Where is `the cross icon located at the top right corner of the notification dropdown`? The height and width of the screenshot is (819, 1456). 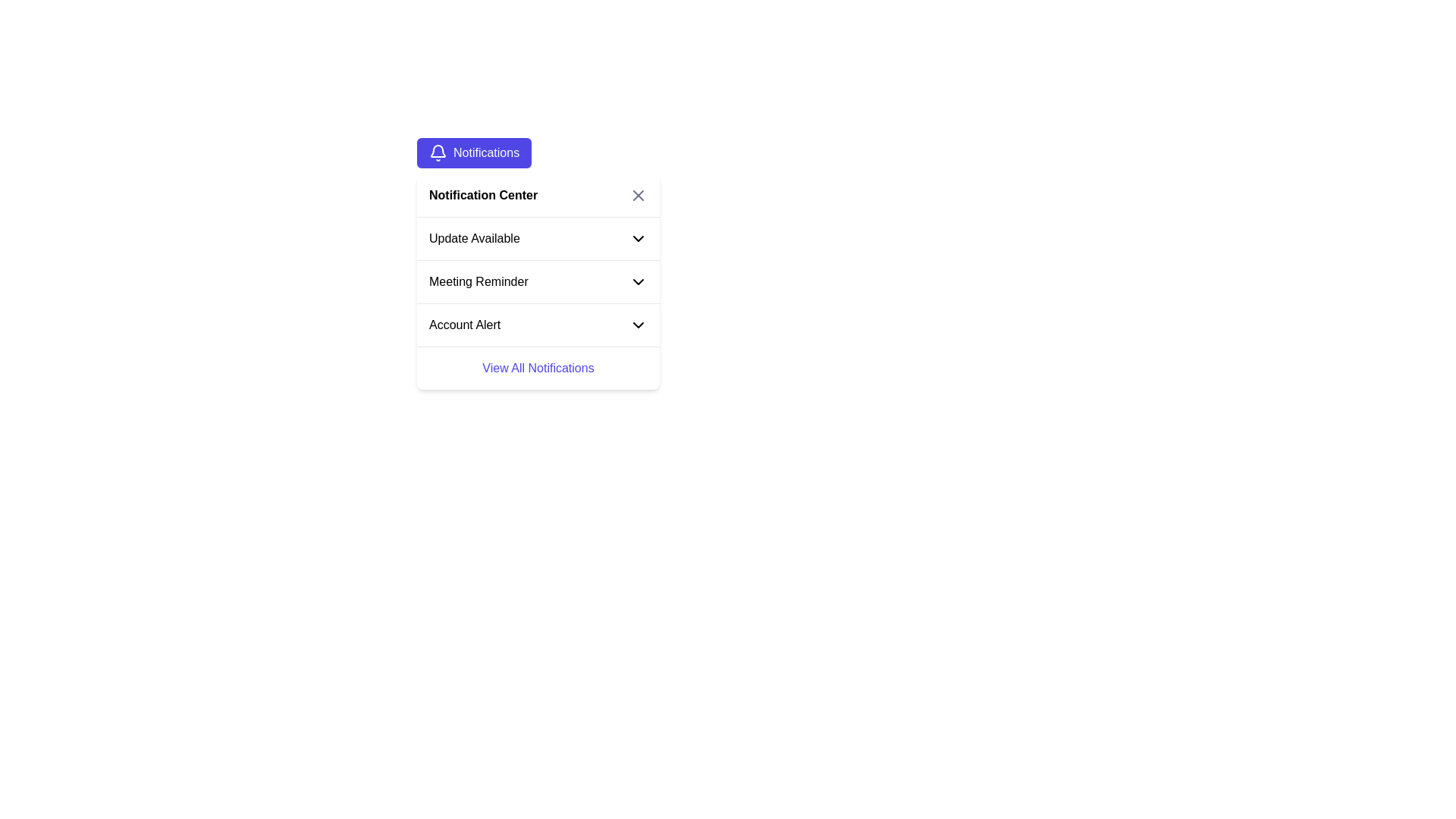 the cross icon located at the top right corner of the notification dropdown is located at coordinates (638, 195).